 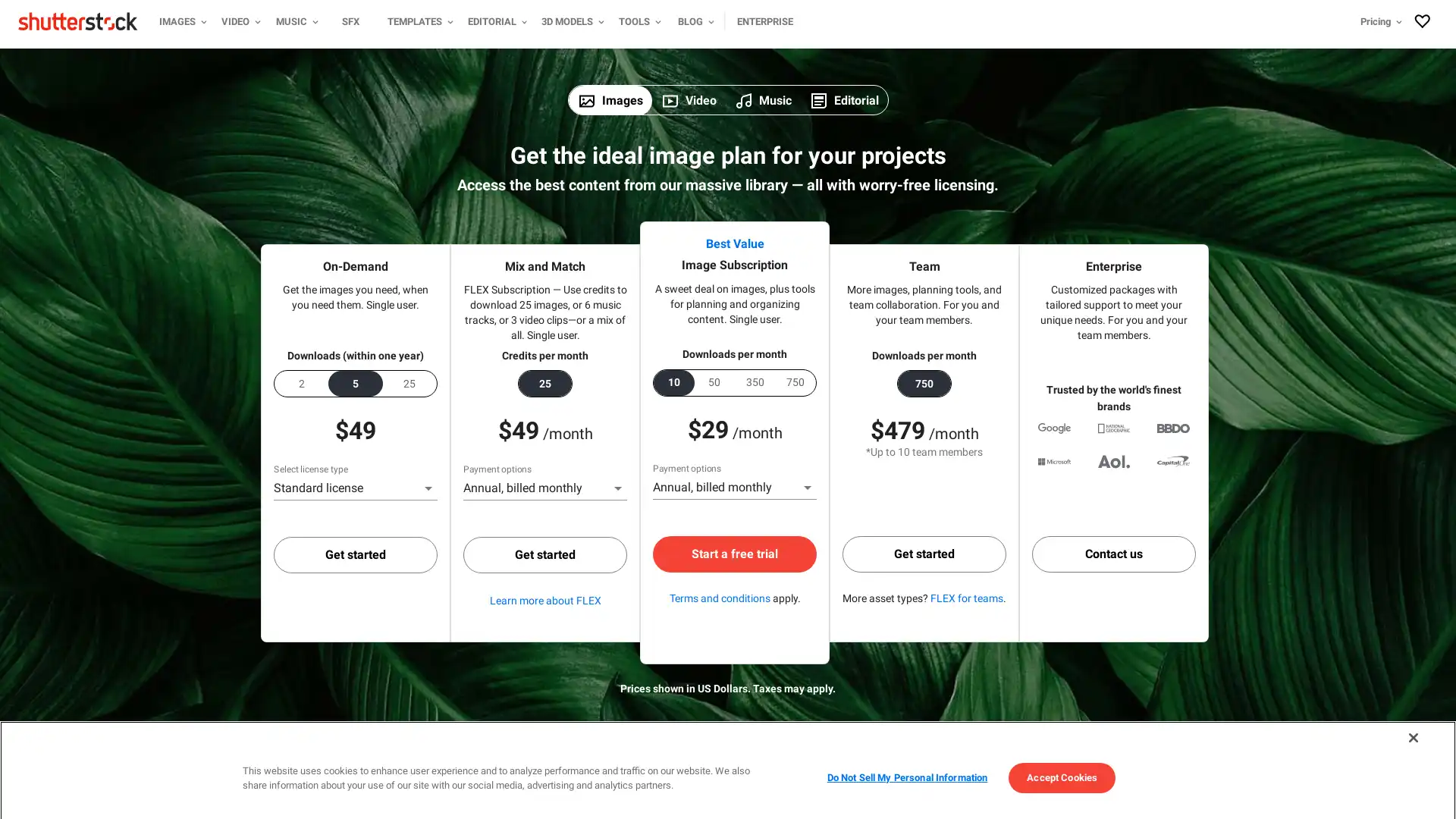 What do you see at coordinates (1412, 721) in the screenshot?
I see `Close` at bounding box center [1412, 721].